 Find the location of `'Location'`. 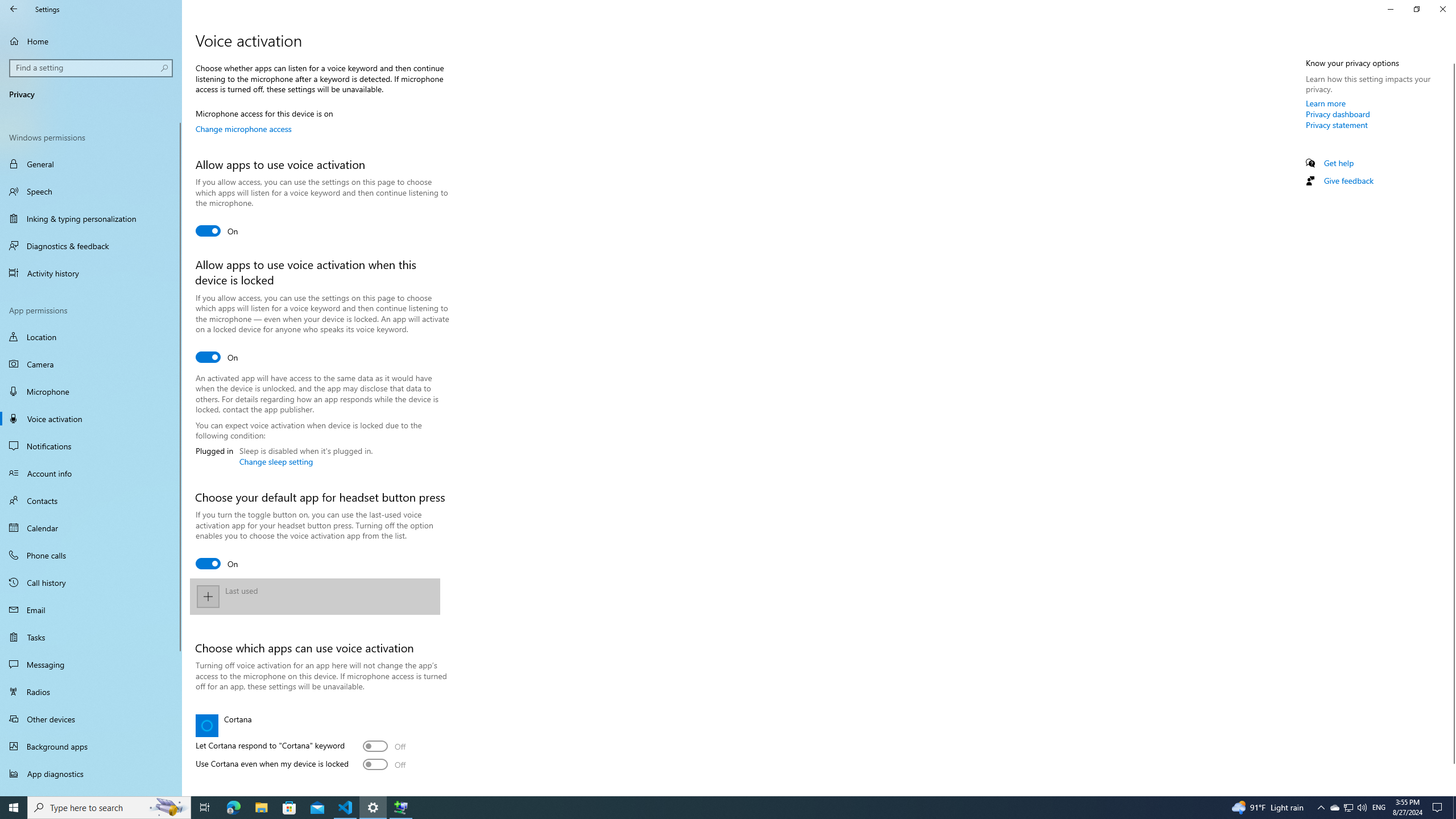

'Location' is located at coordinates (90, 336).